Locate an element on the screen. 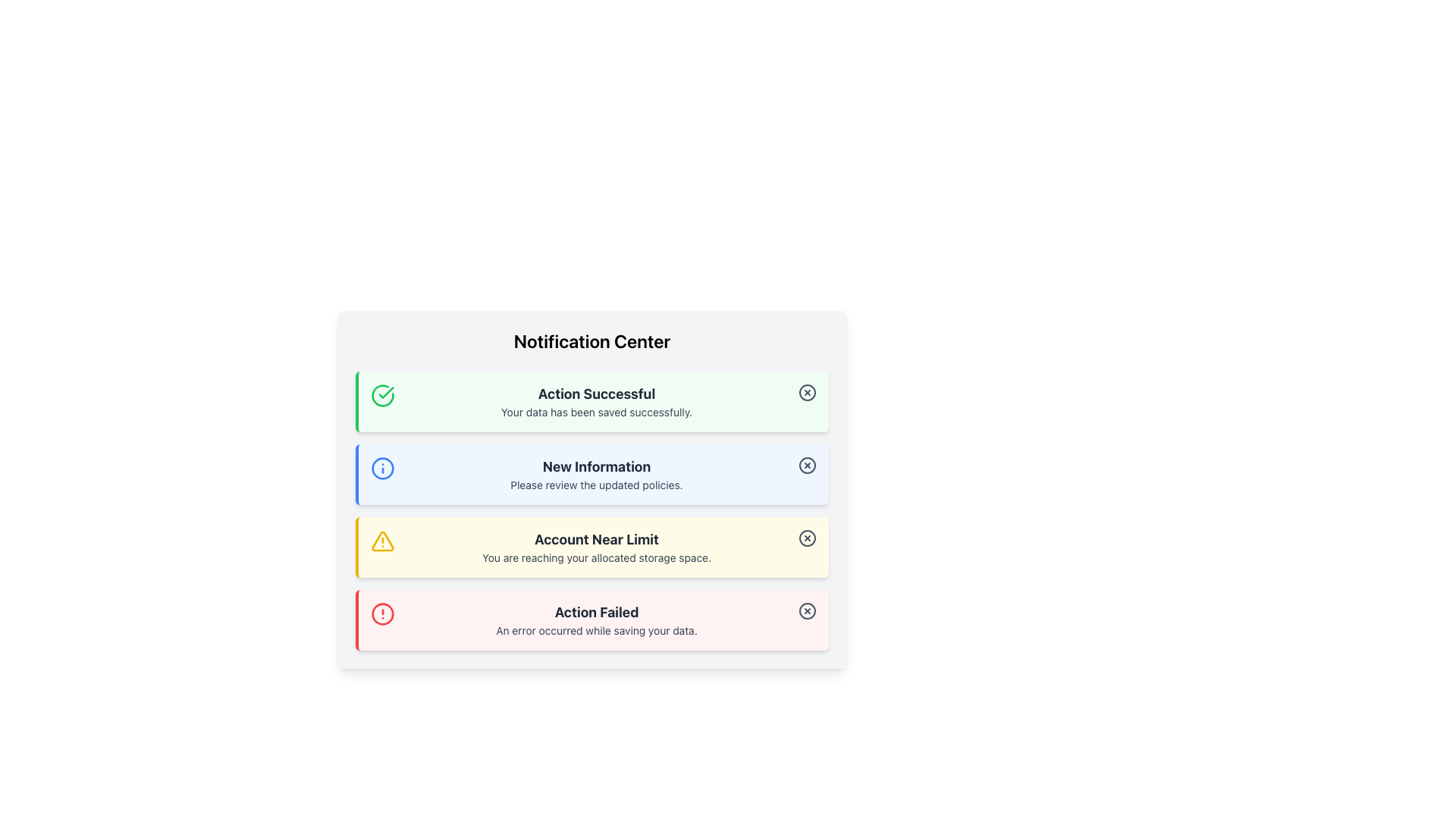 The height and width of the screenshot is (819, 1456). the warning icon in the 'Account Near Limit' notification located in the Notification Center, which is the first icon on the left side of the notification item is located at coordinates (382, 540).